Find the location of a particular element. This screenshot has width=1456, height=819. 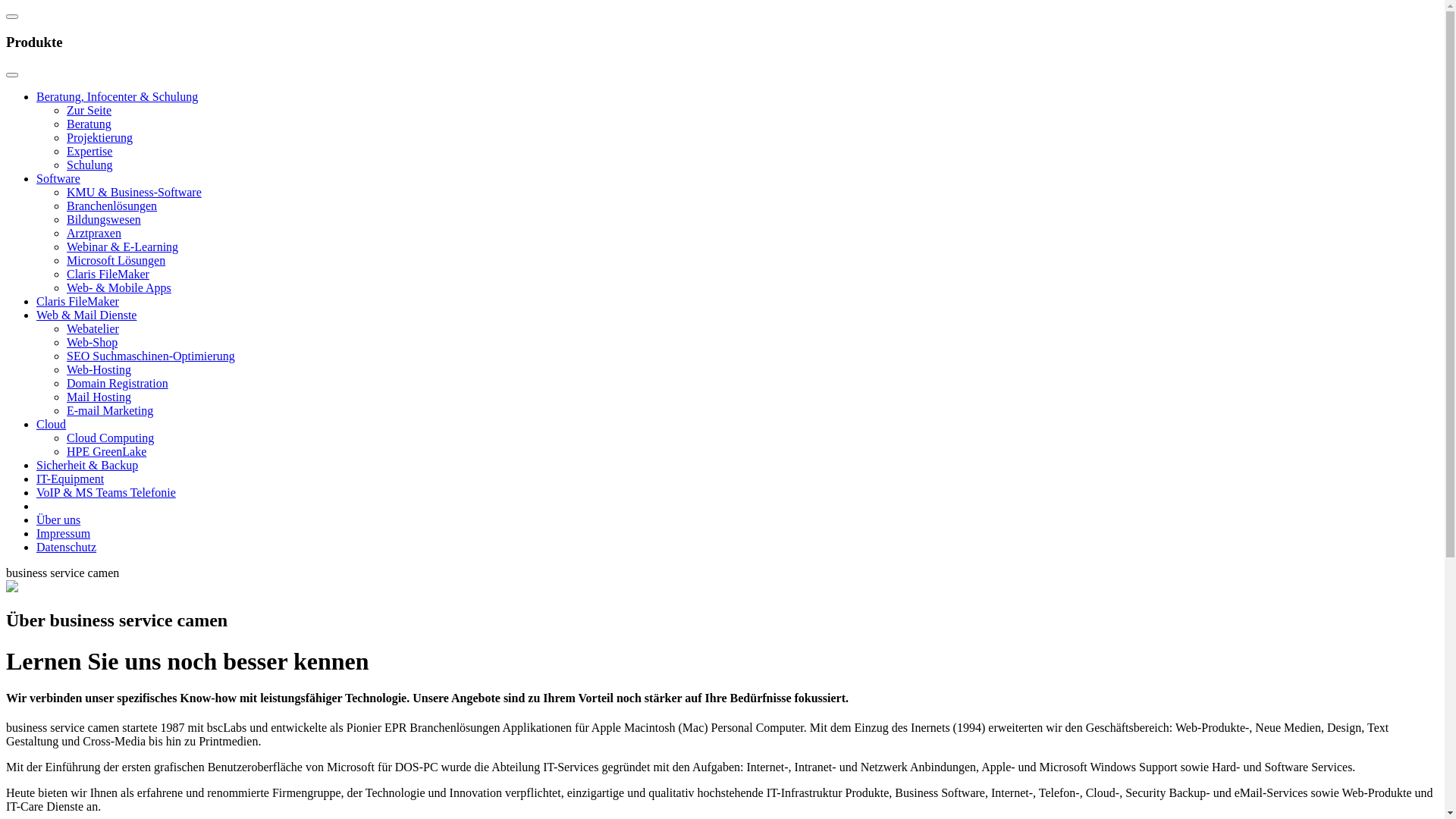

'IT-Equipment' is located at coordinates (69, 479).